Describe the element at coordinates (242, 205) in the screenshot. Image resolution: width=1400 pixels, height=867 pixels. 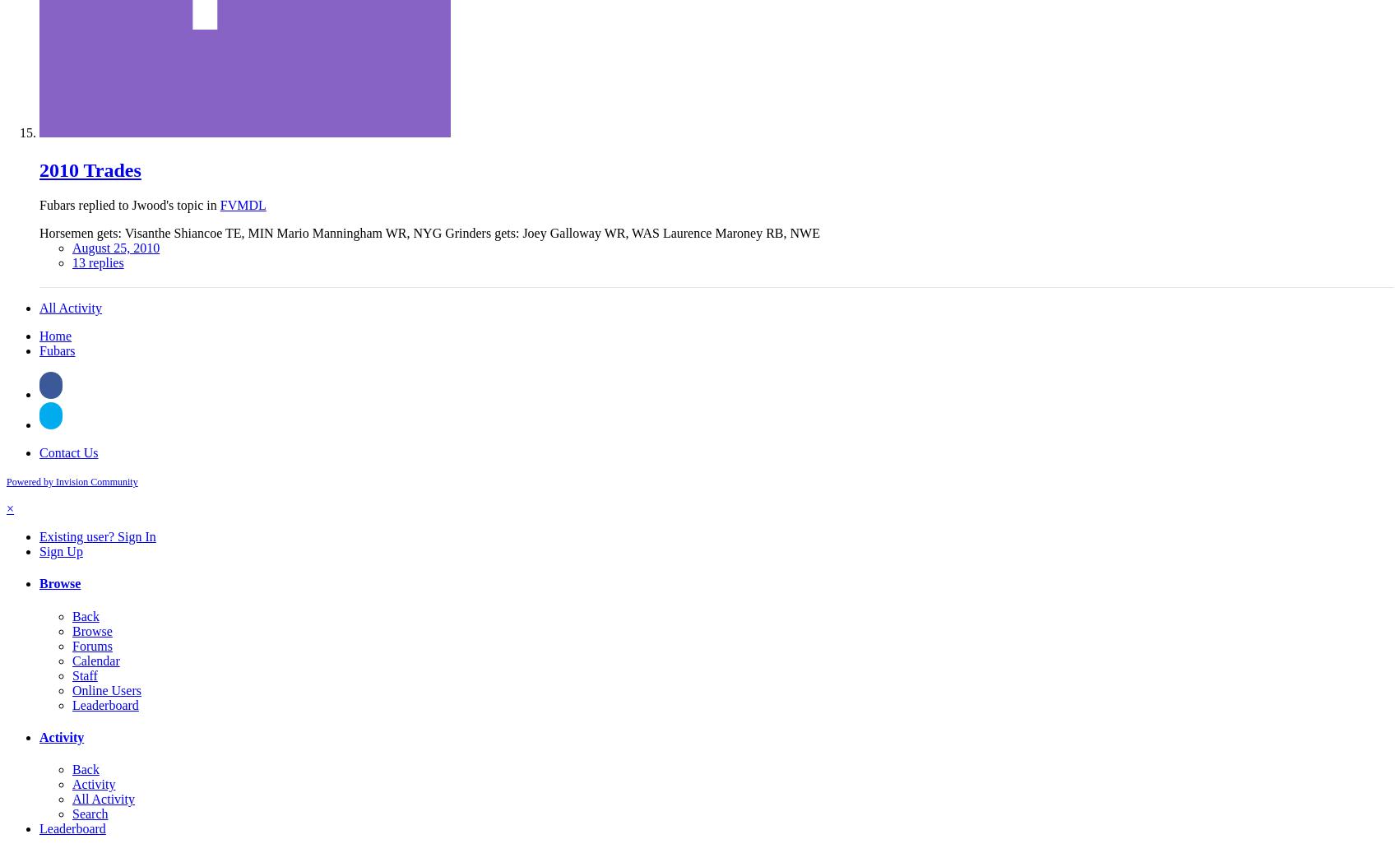
I see `'FVMDL'` at that location.